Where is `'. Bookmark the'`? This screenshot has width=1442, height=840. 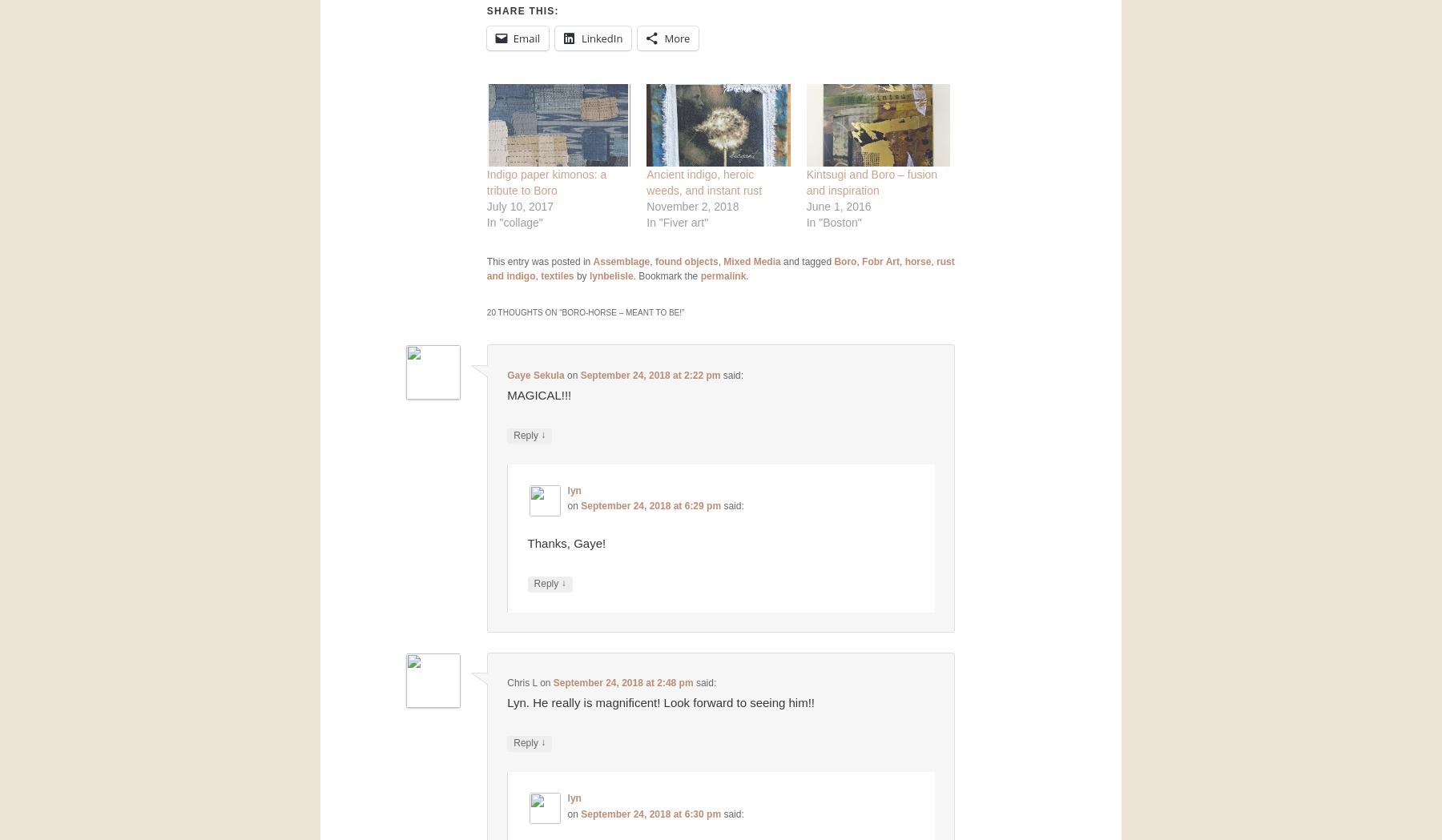
'. Bookmark the' is located at coordinates (666, 274).